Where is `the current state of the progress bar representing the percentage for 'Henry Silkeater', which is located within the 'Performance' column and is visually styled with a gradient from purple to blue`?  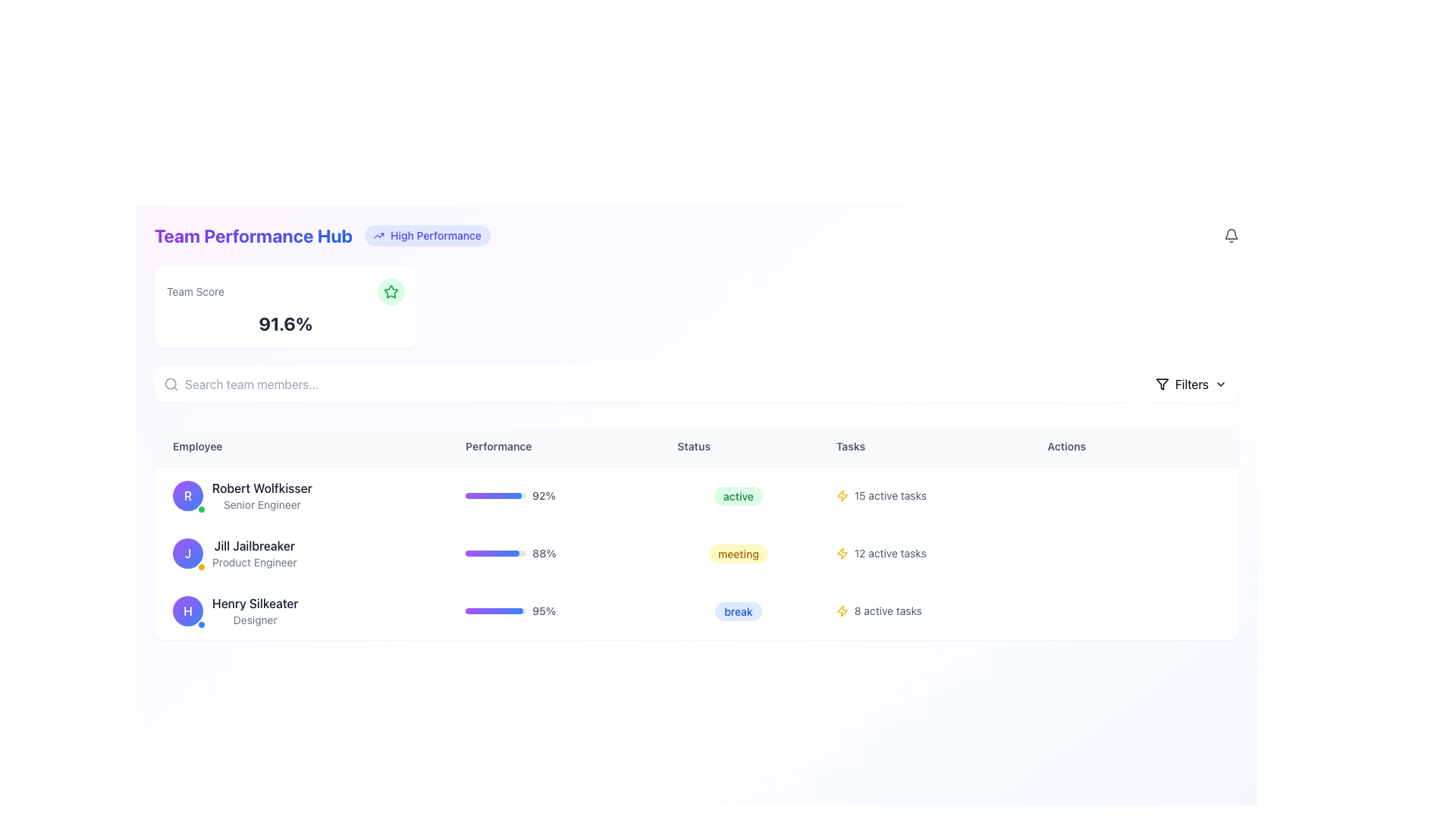 the current state of the progress bar representing the percentage for 'Henry Silkeater', which is located within the 'Performance' column and is visually styled with a gradient from purple to blue is located at coordinates (496, 610).